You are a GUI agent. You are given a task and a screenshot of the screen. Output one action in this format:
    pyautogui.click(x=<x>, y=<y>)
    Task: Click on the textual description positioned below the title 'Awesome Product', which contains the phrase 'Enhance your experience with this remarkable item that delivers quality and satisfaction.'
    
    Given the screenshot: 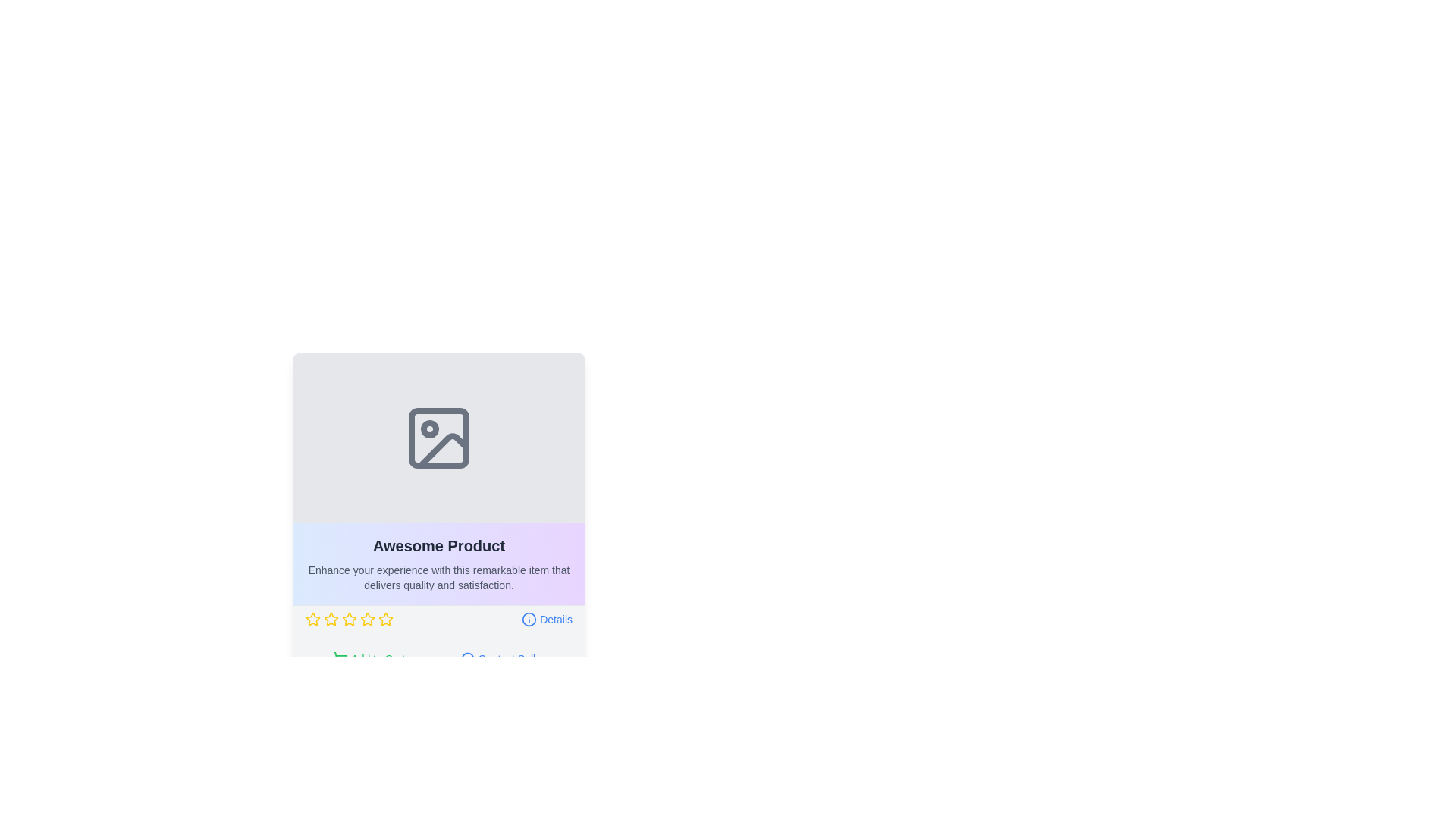 What is the action you would take?
    pyautogui.click(x=438, y=578)
    